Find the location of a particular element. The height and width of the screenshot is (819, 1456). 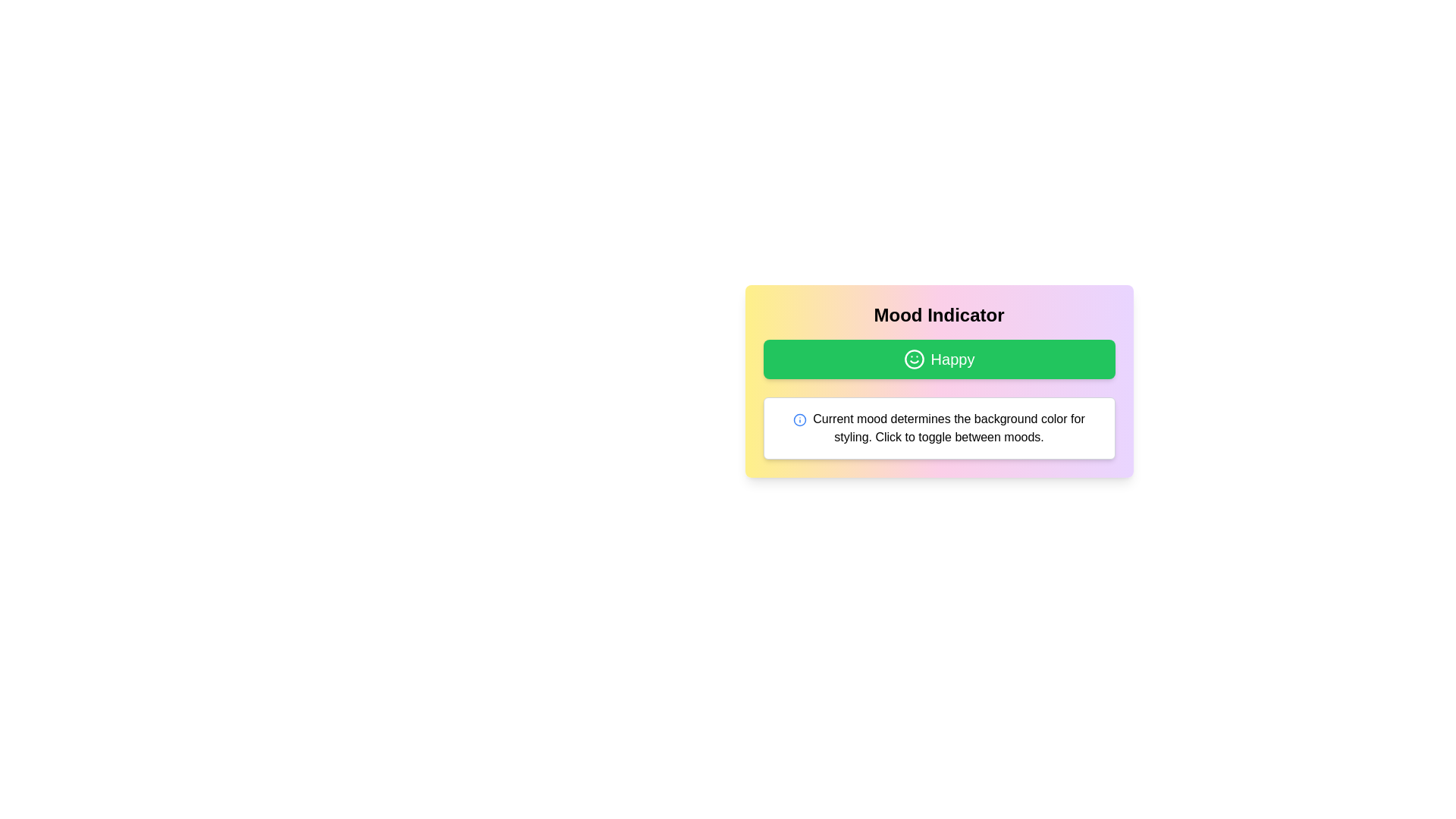

center of the green button labeled 'Happy' to toggle the mood is located at coordinates (938, 359).